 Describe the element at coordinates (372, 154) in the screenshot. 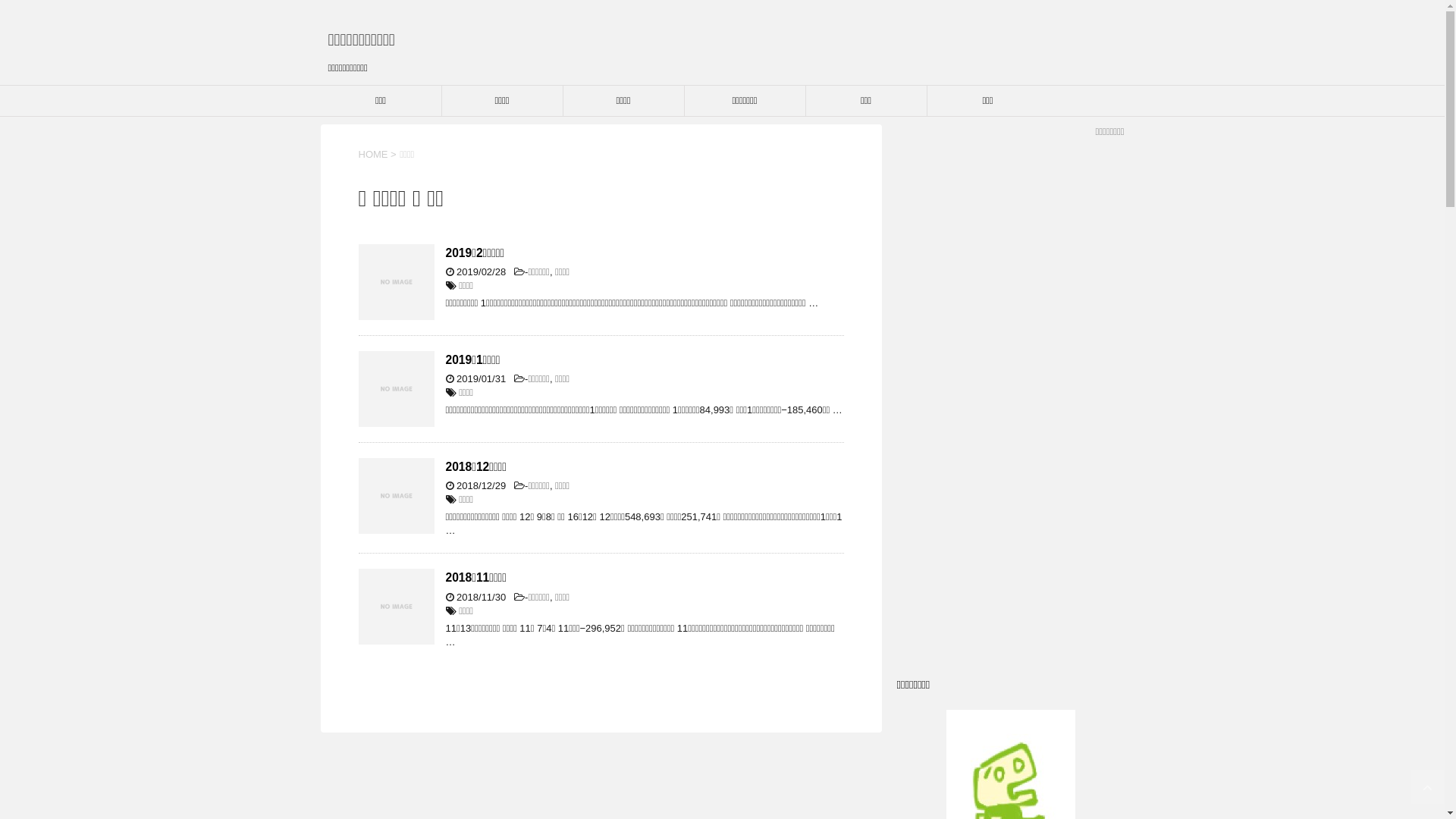

I see `'HOME'` at that location.